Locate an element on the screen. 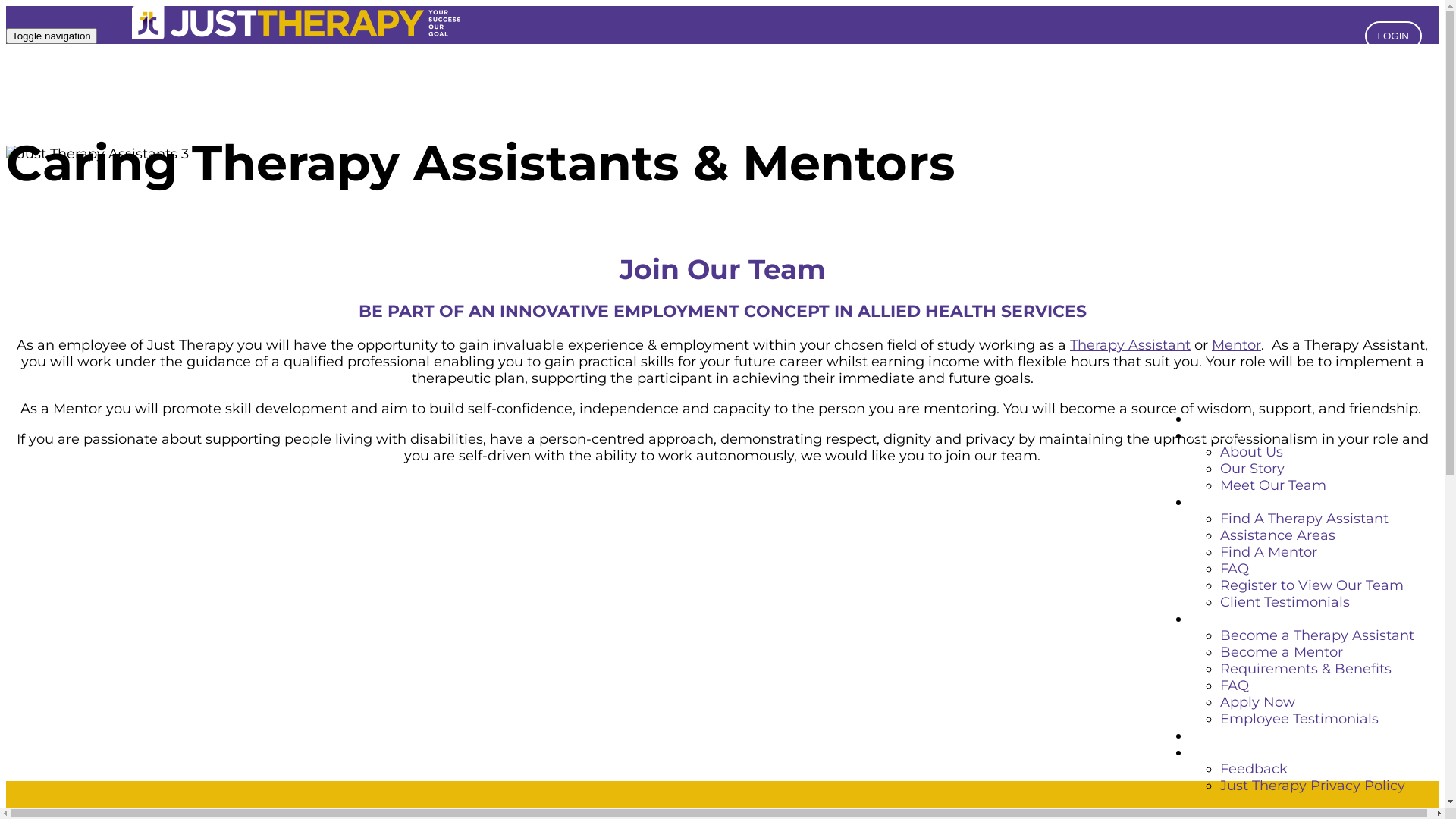 This screenshot has height=819, width=1456. 'LOGIN' is located at coordinates (1393, 35).